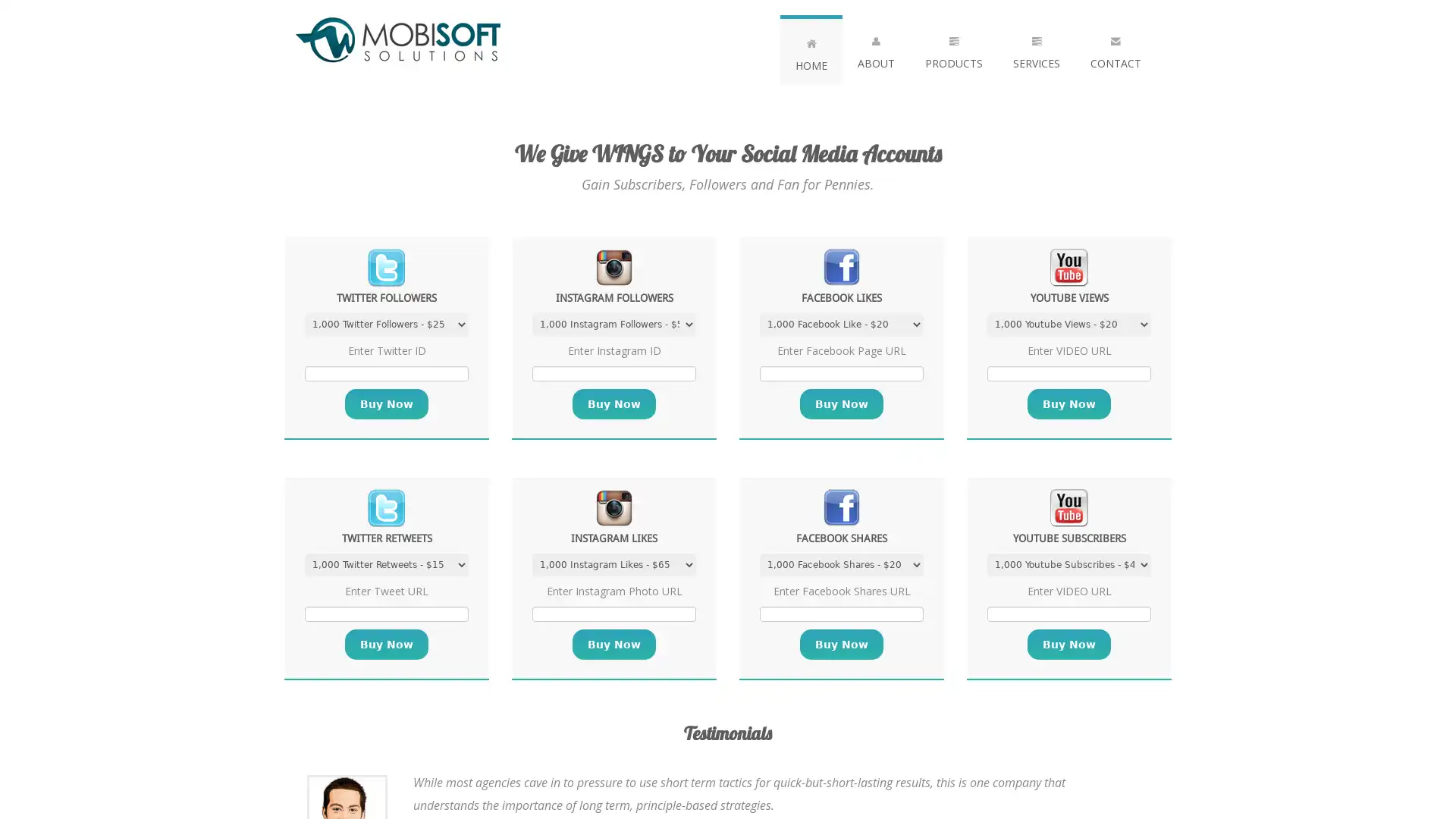  Describe the element at coordinates (386, 403) in the screenshot. I see `Buy Now` at that location.